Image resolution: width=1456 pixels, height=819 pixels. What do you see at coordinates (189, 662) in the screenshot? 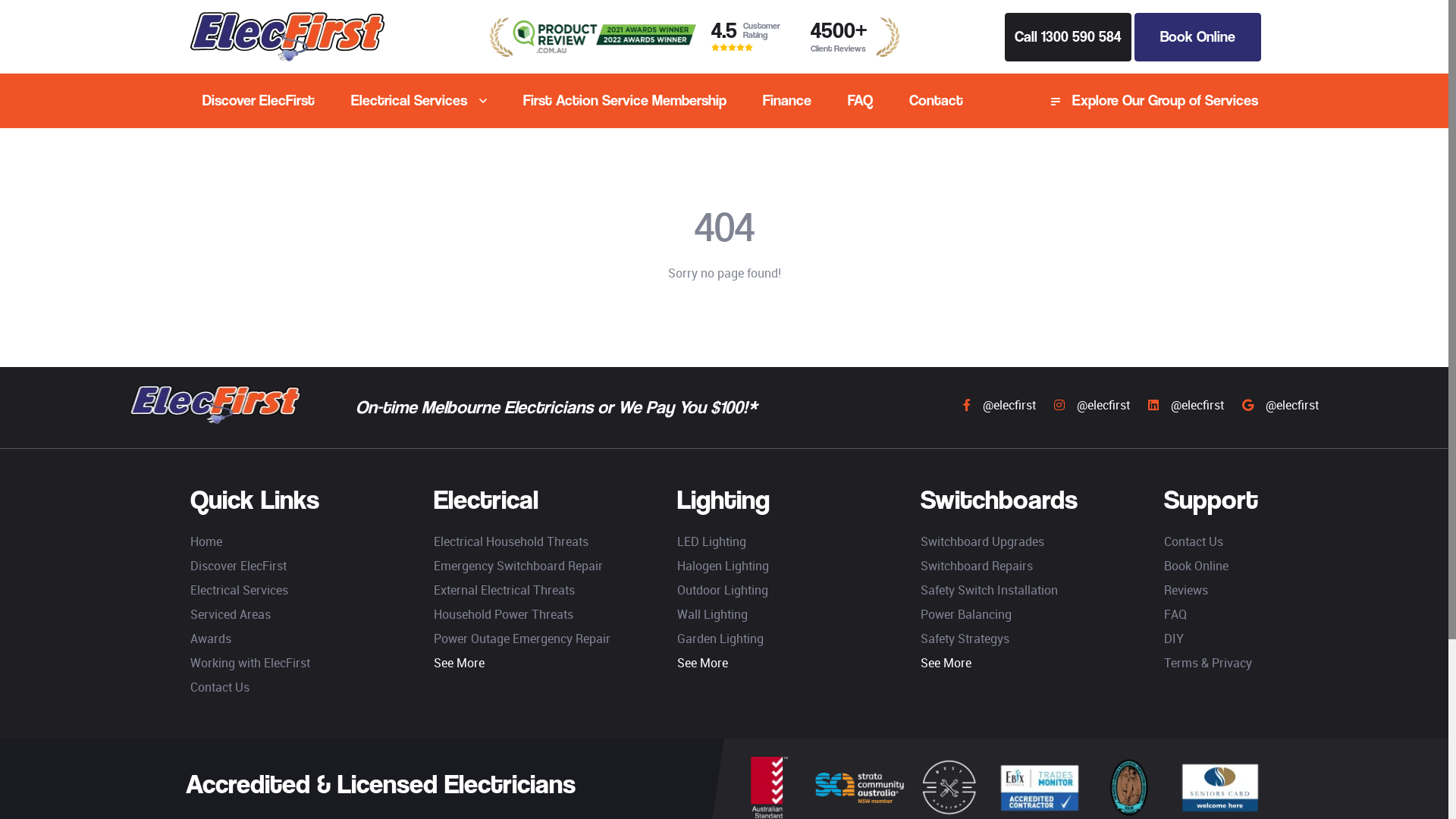
I see `'Working with ElecFirst'` at bounding box center [189, 662].